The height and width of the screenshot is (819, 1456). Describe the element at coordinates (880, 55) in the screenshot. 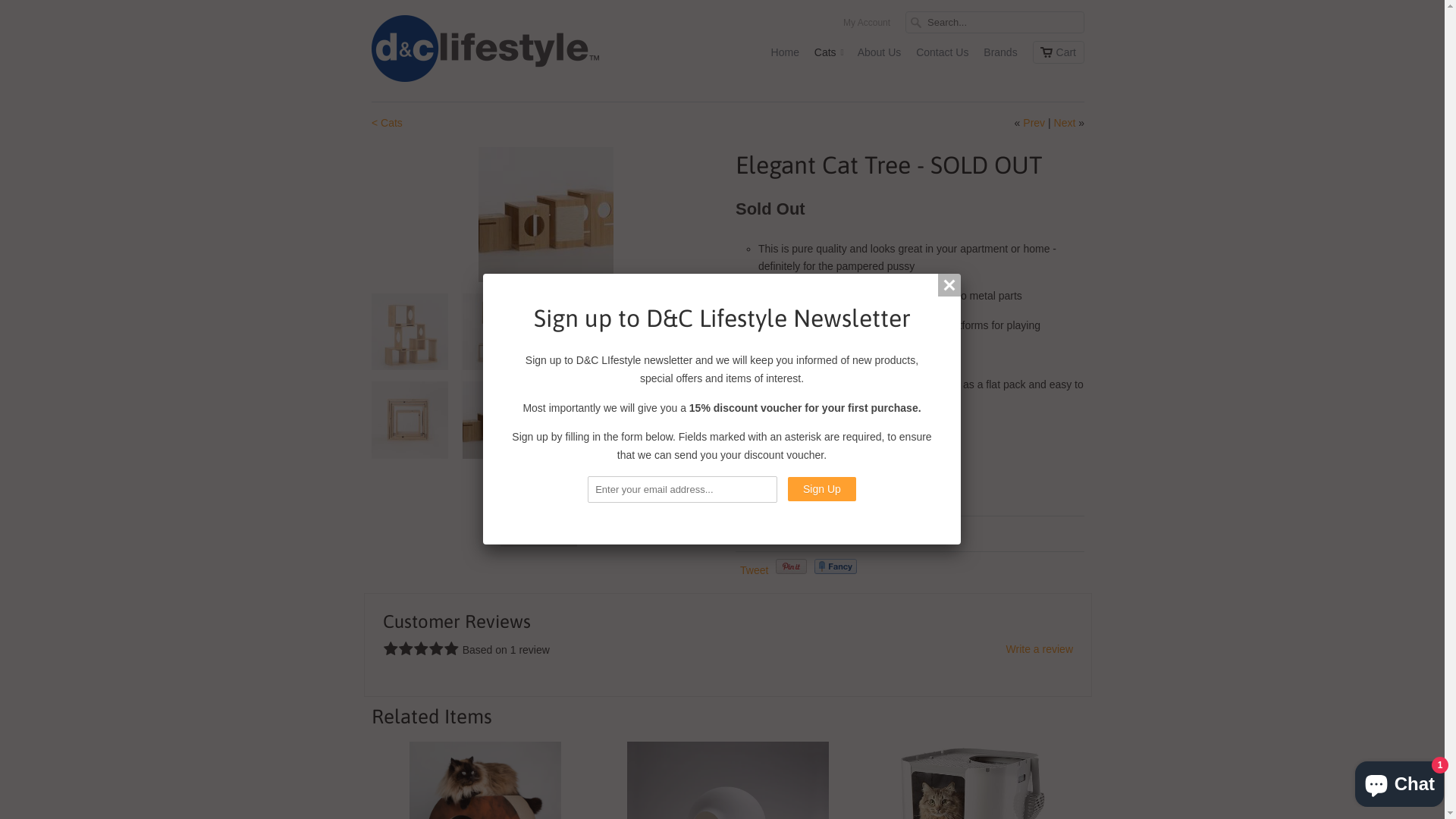

I see `'About Us'` at that location.